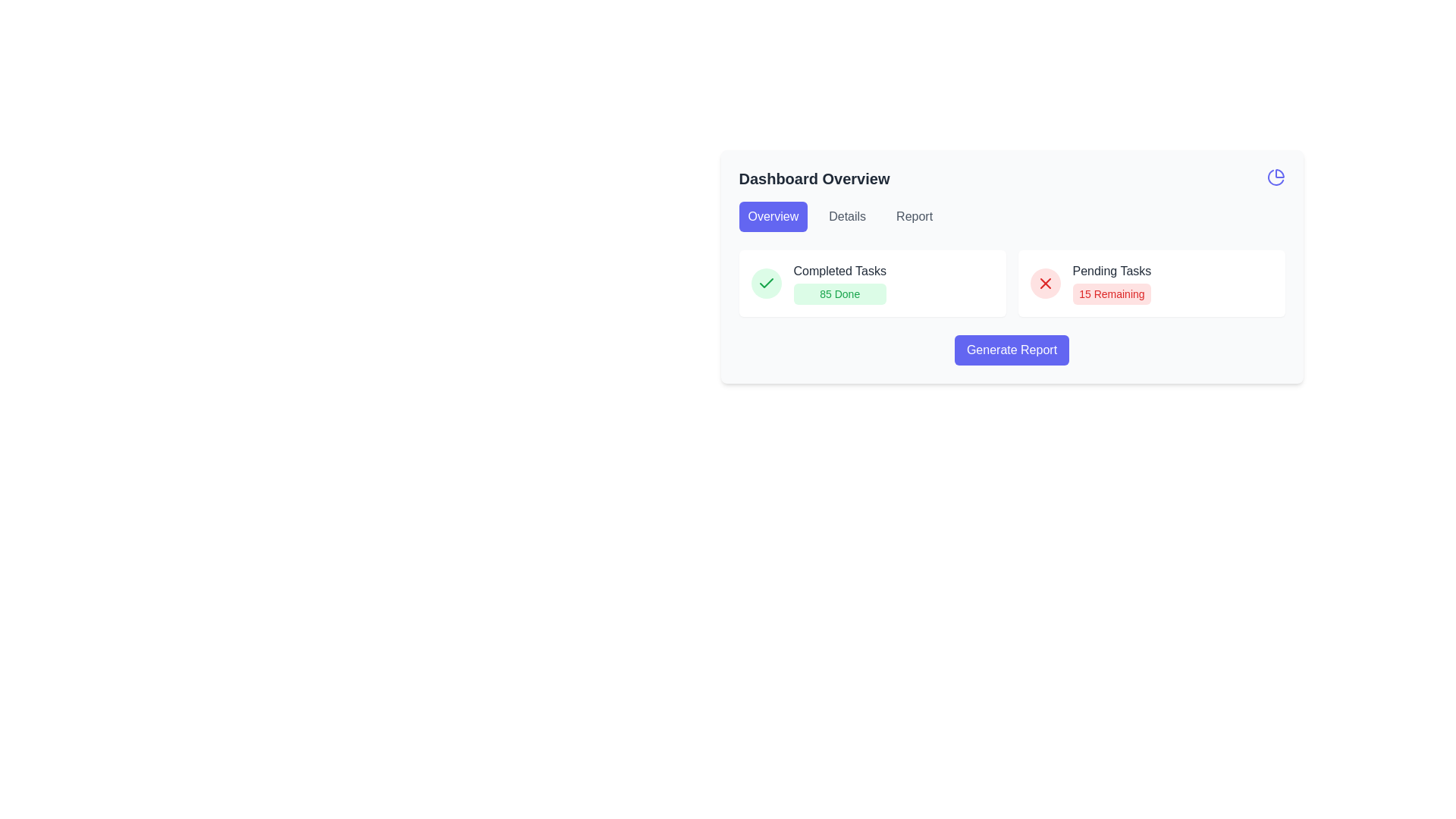 This screenshot has height=819, width=1456. Describe the element at coordinates (1044, 284) in the screenshot. I see `the Icon button located to the left of the text 'Pending Tasks' and '15 Remaining'` at that location.